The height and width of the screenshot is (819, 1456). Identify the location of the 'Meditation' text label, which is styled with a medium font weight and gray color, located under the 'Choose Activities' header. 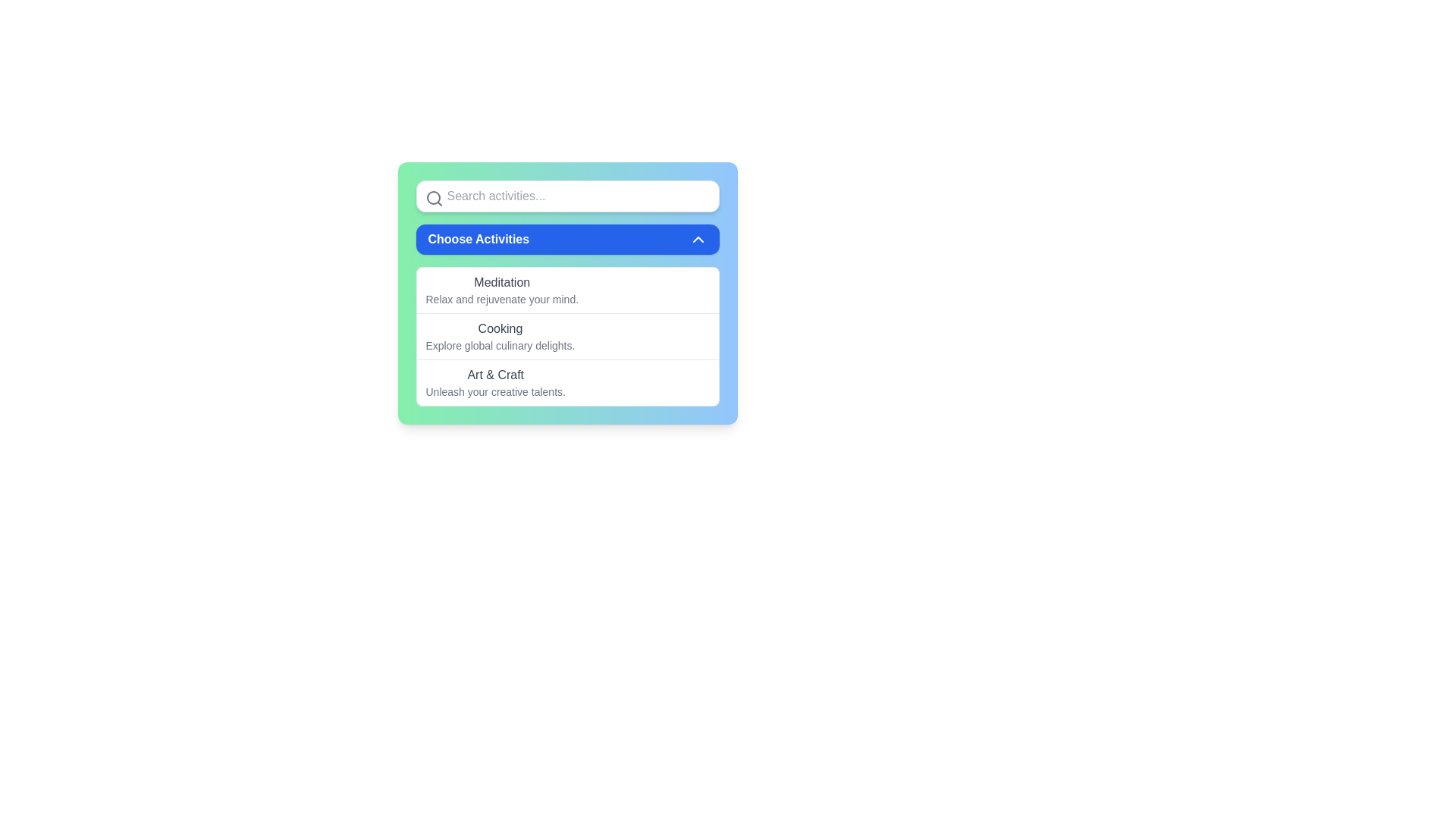
(502, 283).